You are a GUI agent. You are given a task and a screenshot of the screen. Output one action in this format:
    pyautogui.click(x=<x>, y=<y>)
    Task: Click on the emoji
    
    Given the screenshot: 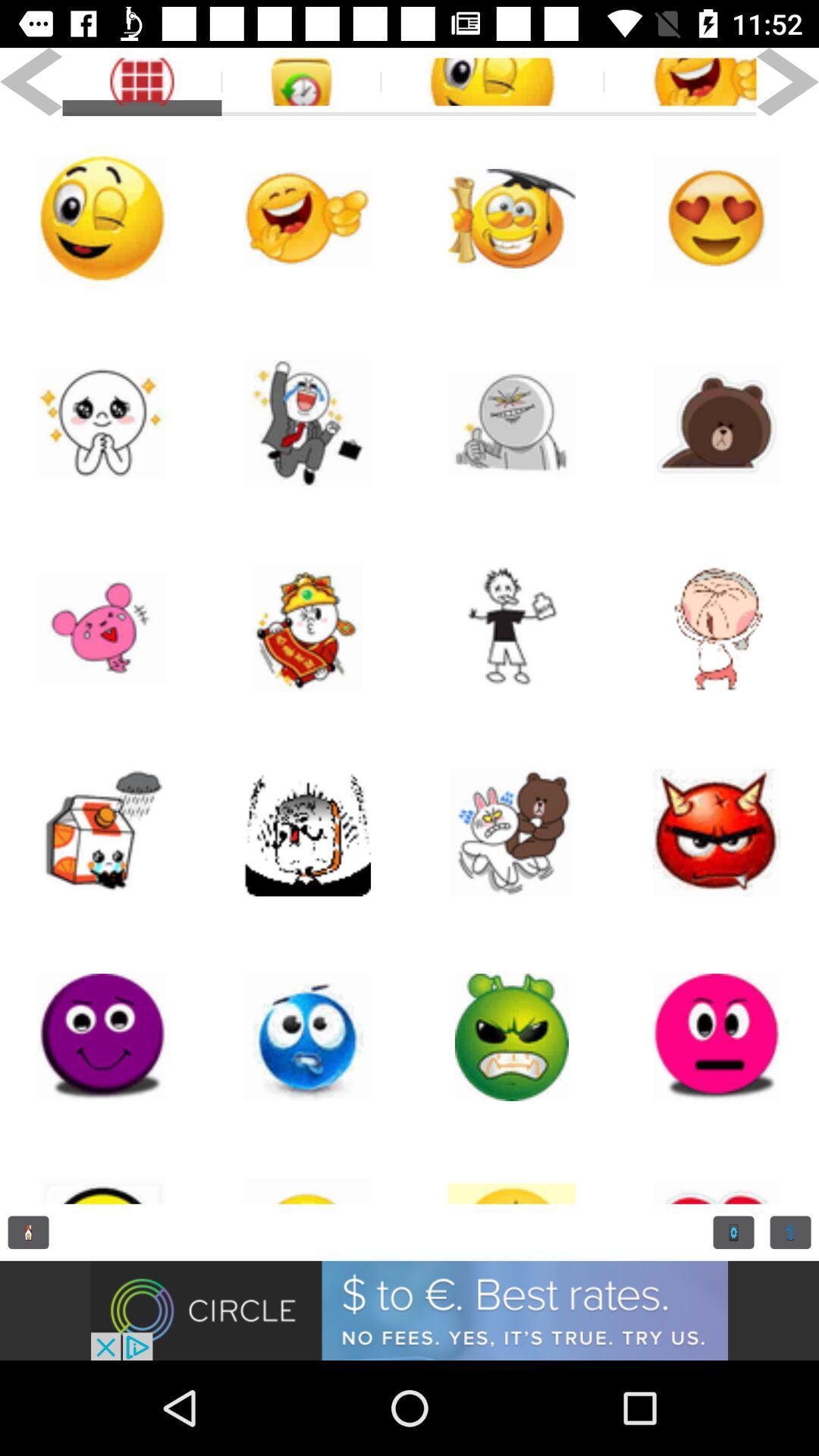 What is the action you would take?
    pyautogui.click(x=512, y=422)
    